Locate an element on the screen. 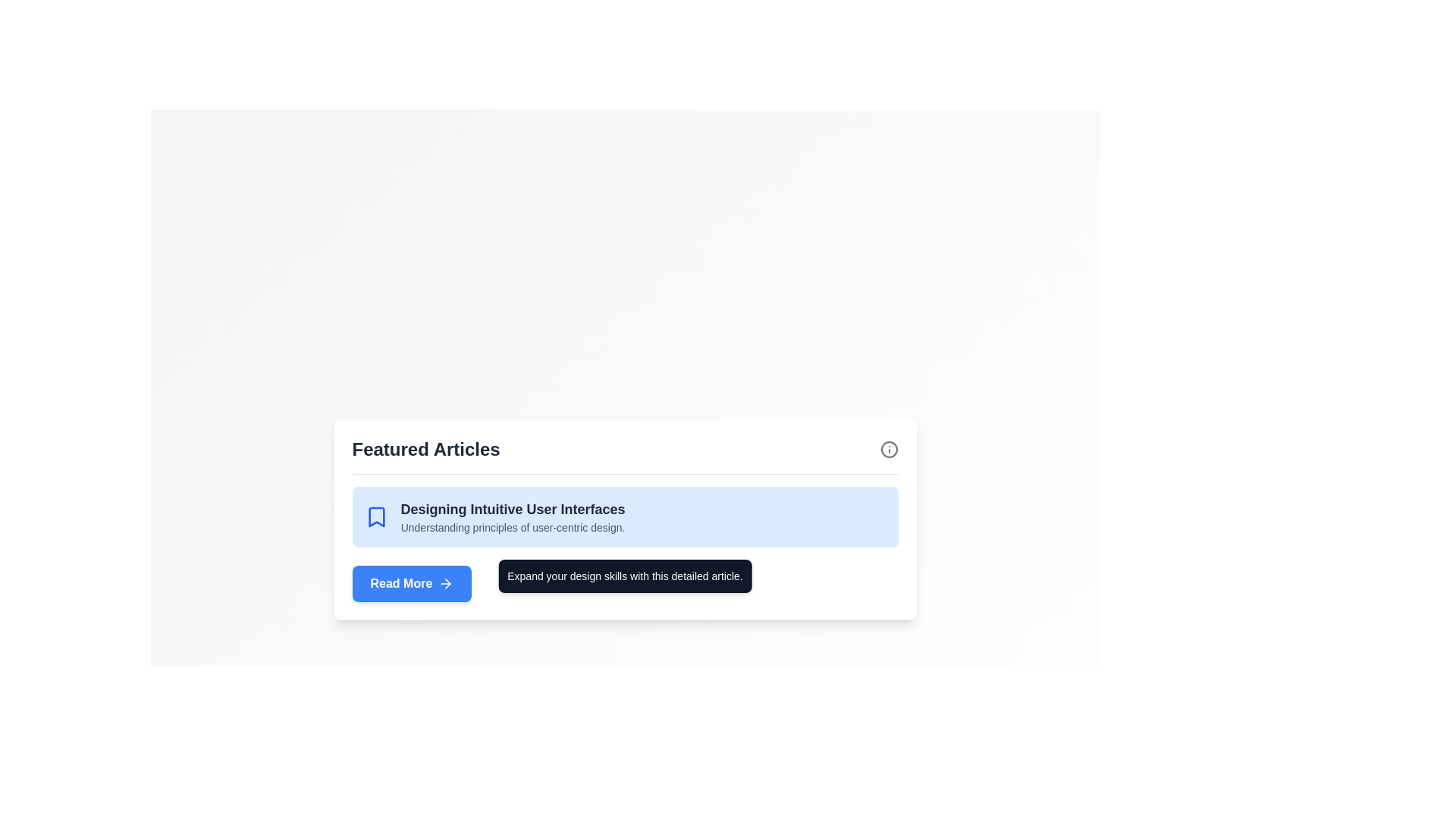  the SVG icon located to the left of the text titled 'Designing Intuitive User Interfaces', which serves as a visual identifier for the featured article is located at coordinates (376, 516).